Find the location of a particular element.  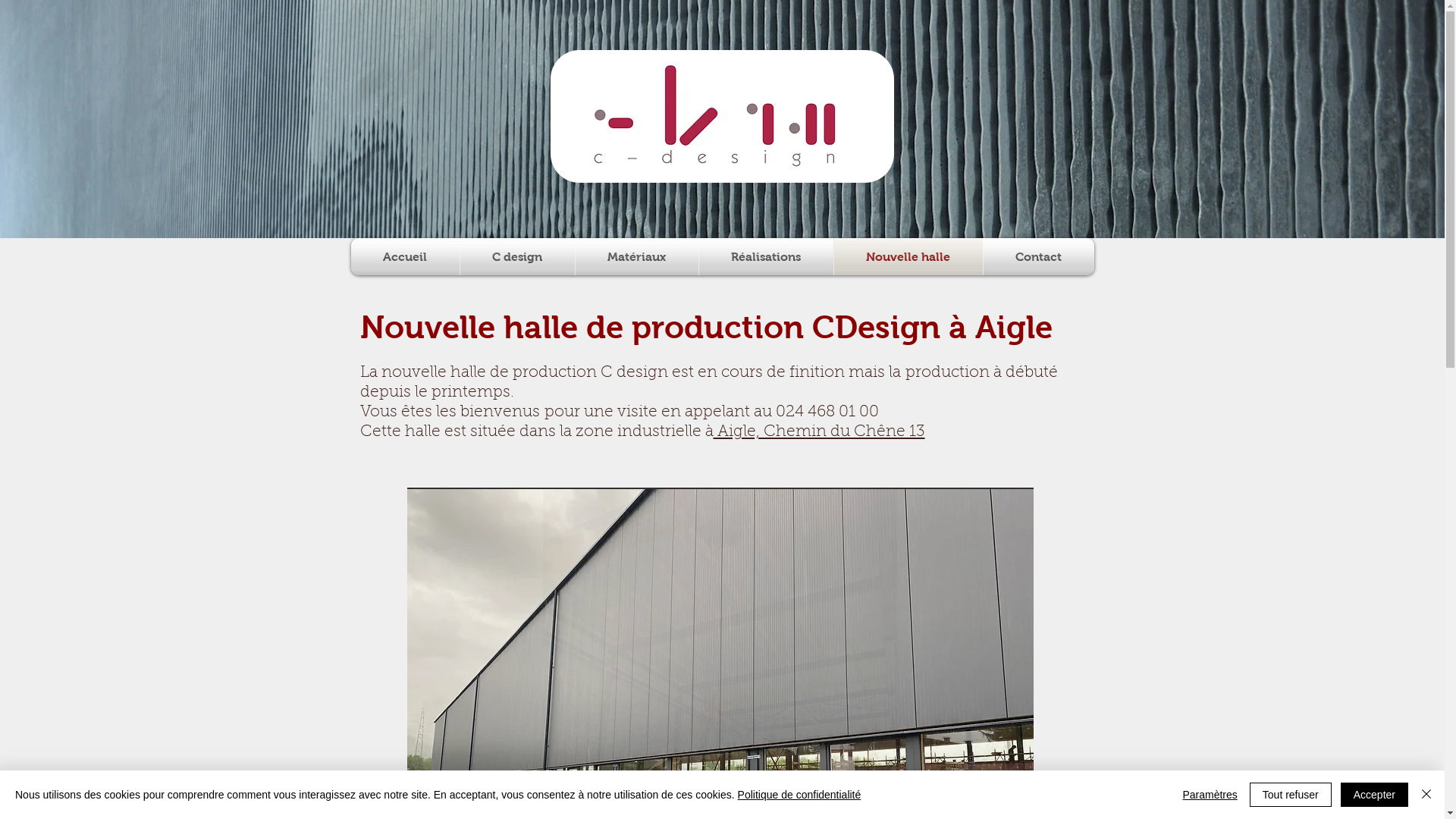

'Nouvelle halle' is located at coordinates (908, 256).